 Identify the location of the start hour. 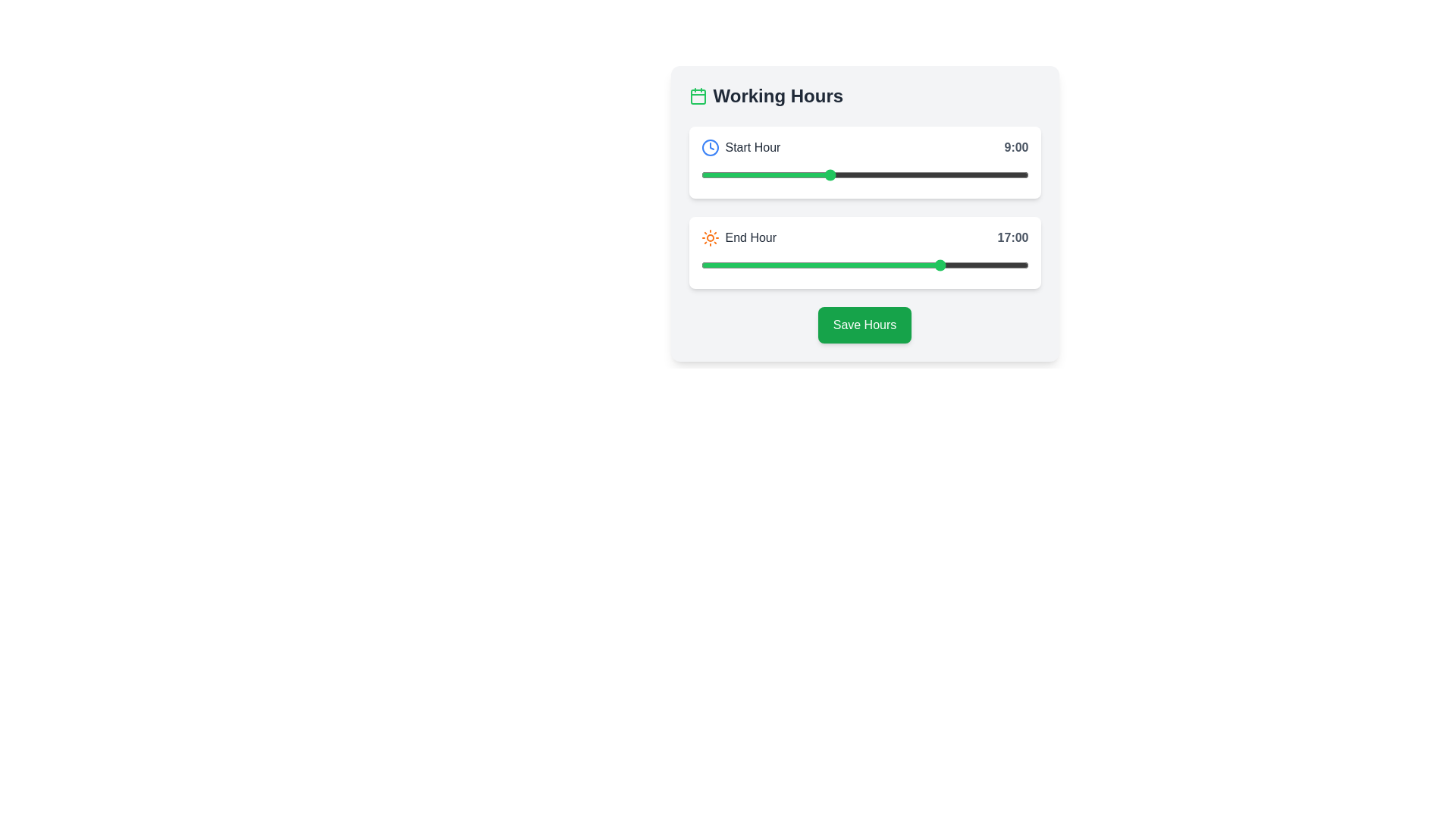
(871, 174).